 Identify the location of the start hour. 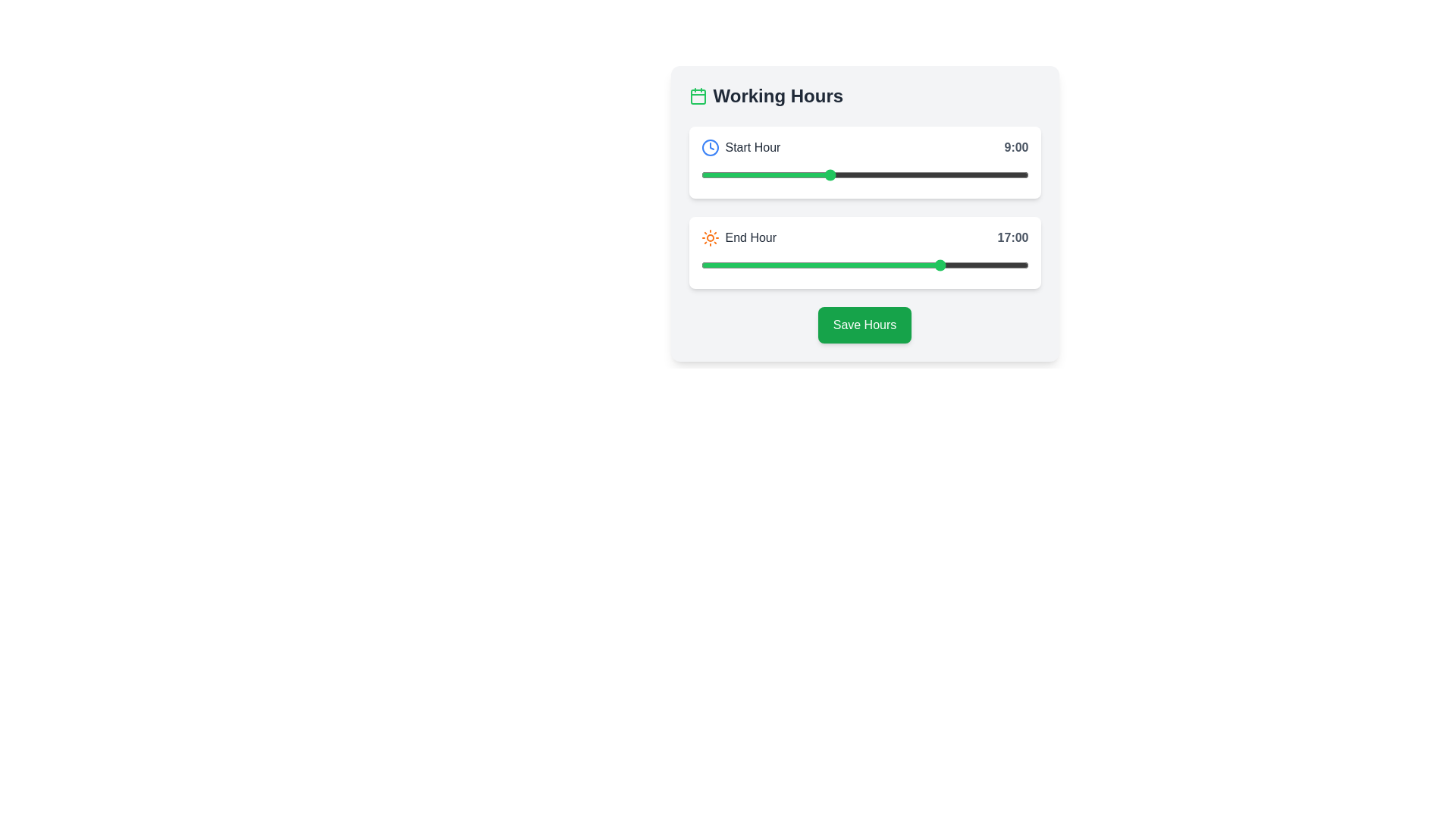
(871, 174).